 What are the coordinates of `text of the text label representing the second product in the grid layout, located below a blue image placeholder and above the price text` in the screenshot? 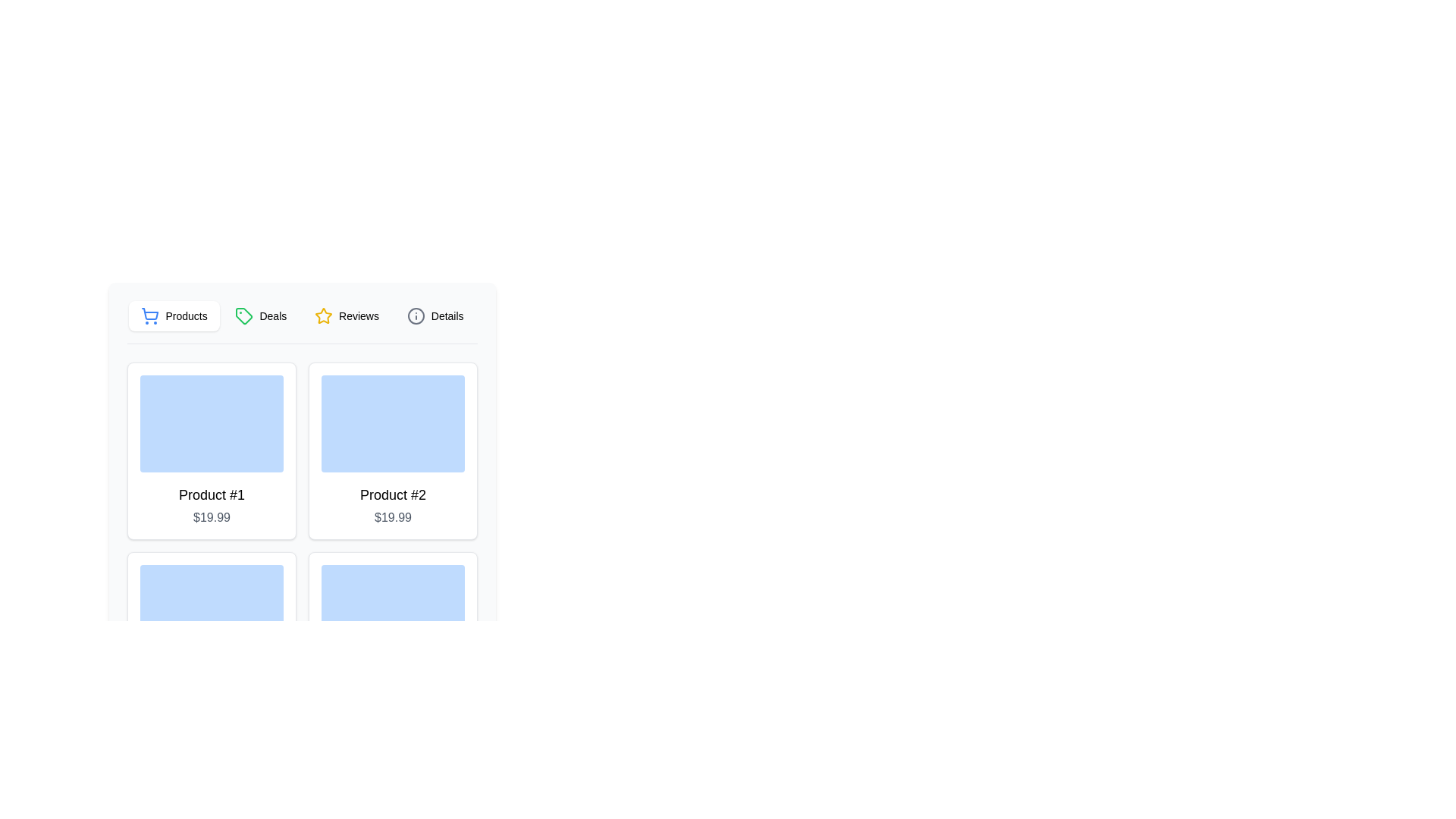 It's located at (393, 494).